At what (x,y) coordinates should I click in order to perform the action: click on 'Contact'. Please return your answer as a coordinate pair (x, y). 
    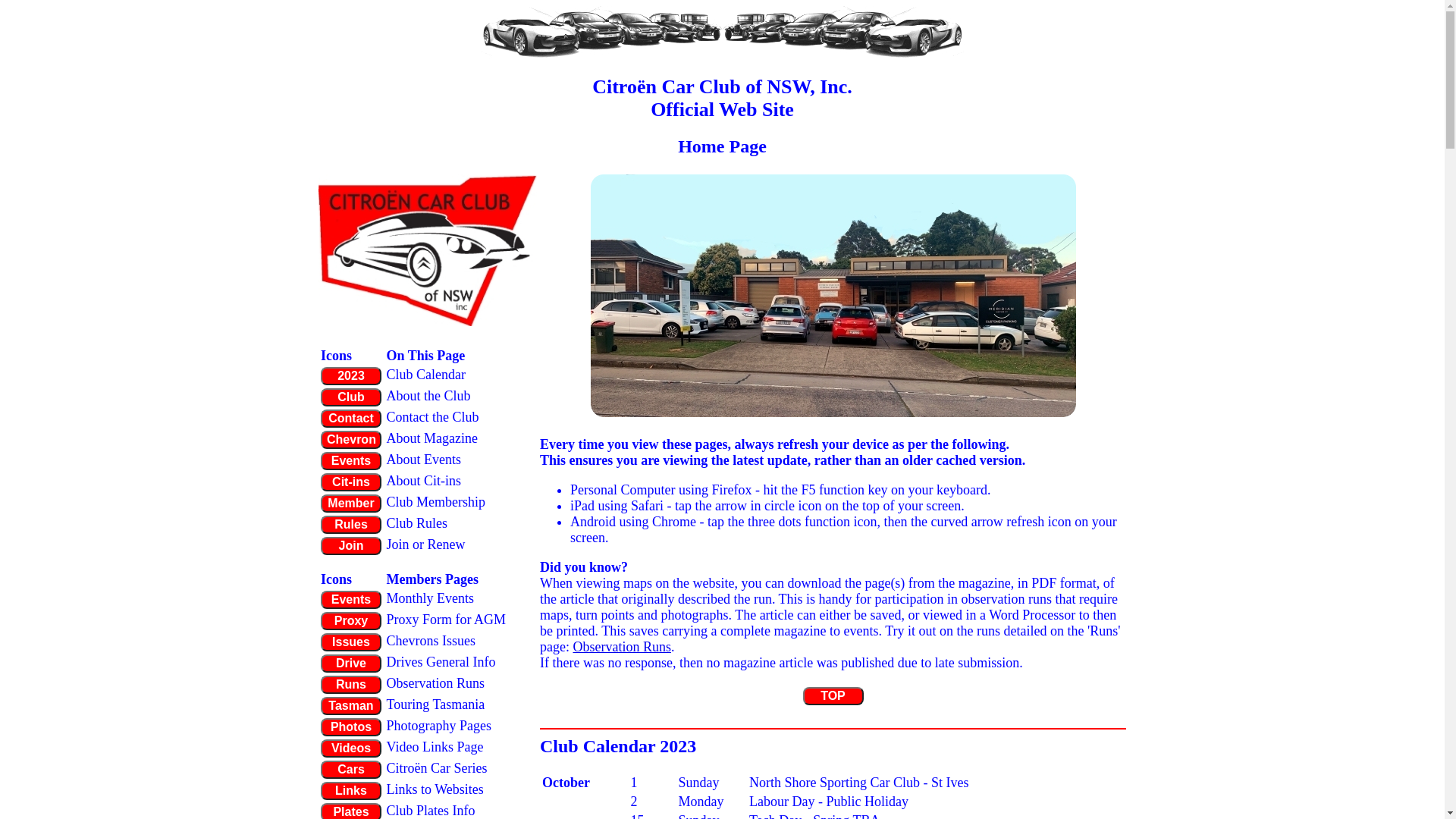
    Looking at the image, I should click on (319, 418).